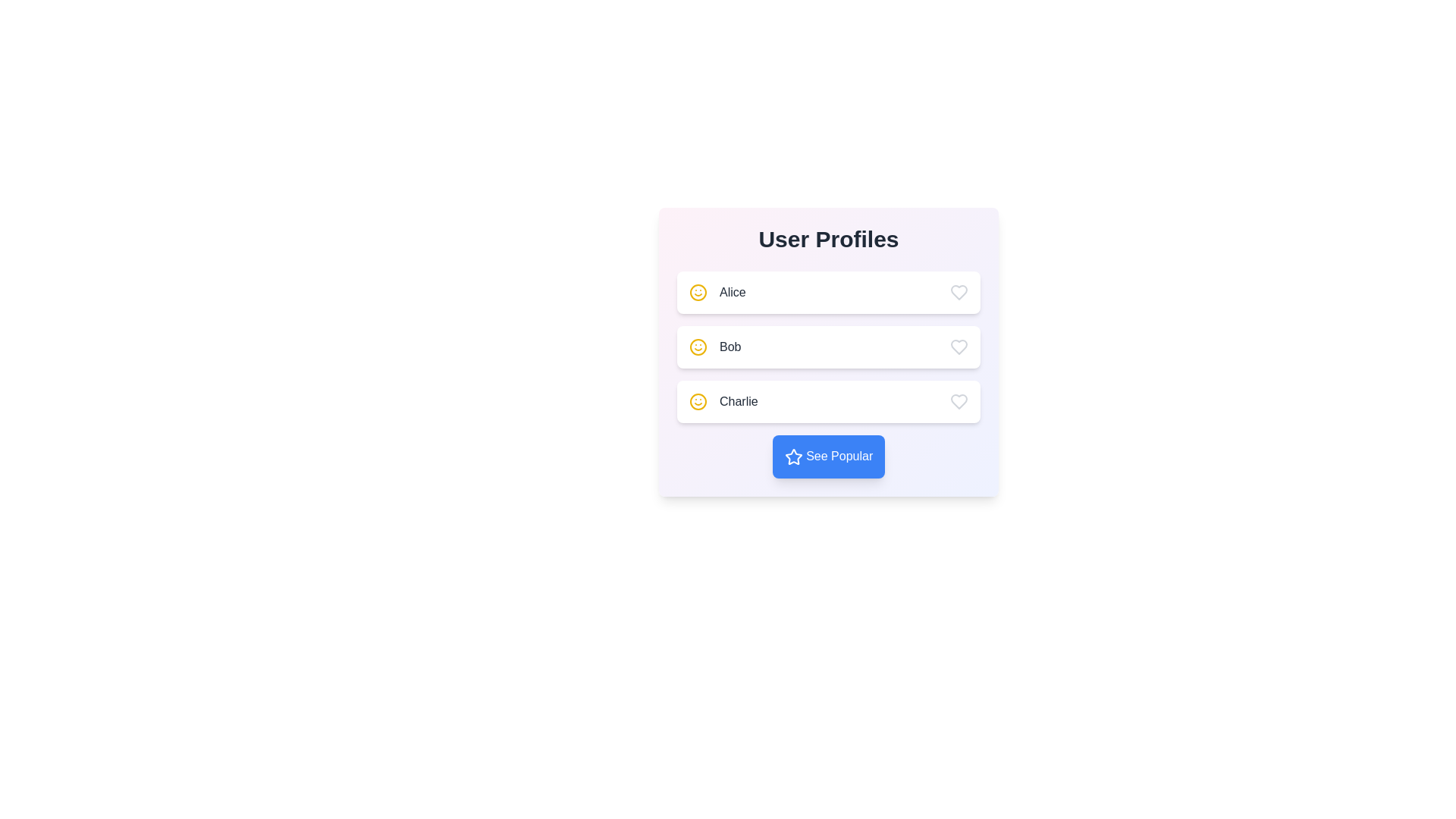 The width and height of the screenshot is (1456, 819). I want to click on the favorite button located at the far right of the second user profile entry labeled 'Bob', so click(959, 347).